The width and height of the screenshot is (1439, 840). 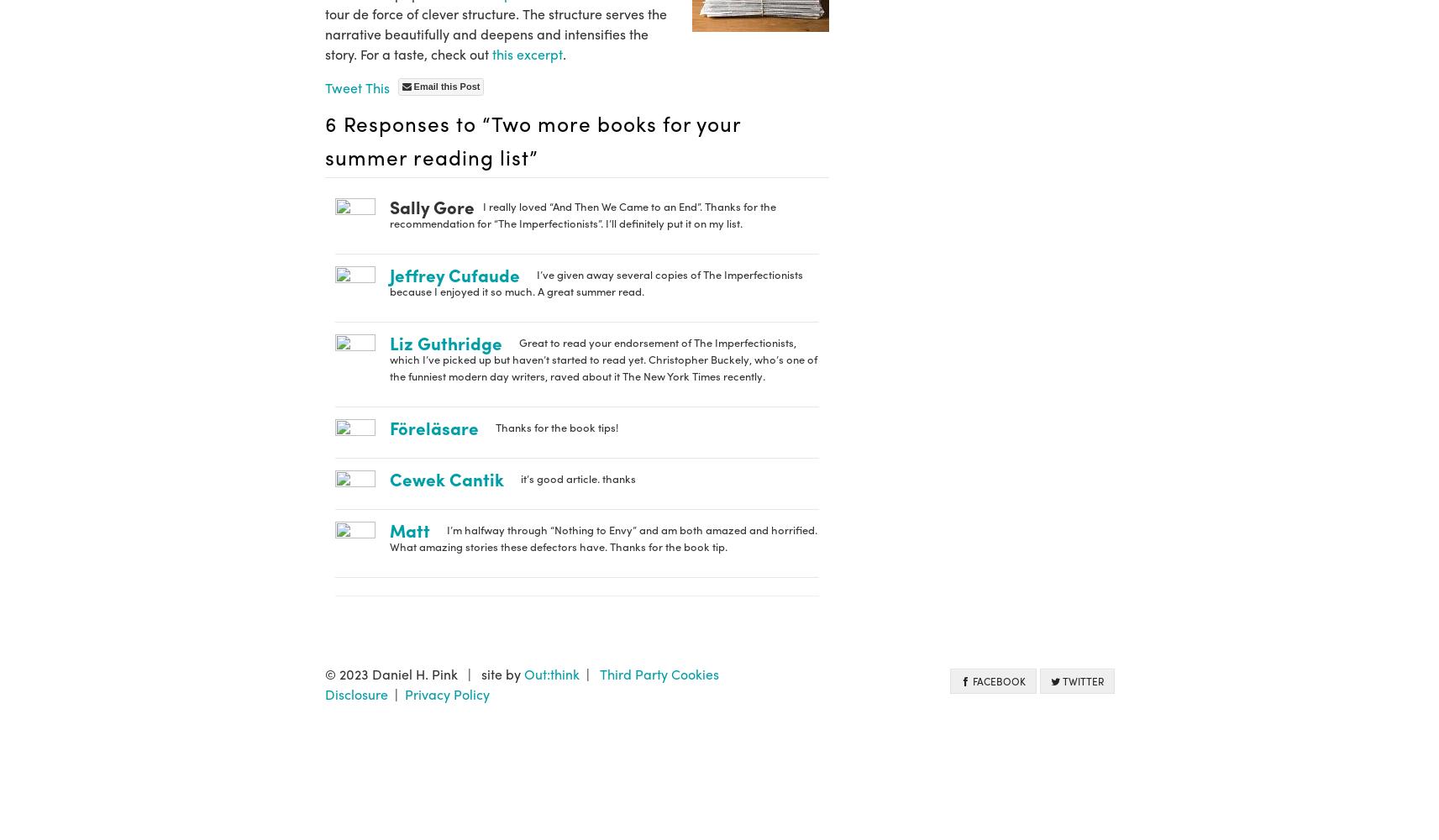 What do you see at coordinates (581, 214) in the screenshot?
I see `'I really loved “And Then We Came to an End”. Thanks for the recommendation for “The Imperfectionists”. I’ll definitely put it on my list.'` at bounding box center [581, 214].